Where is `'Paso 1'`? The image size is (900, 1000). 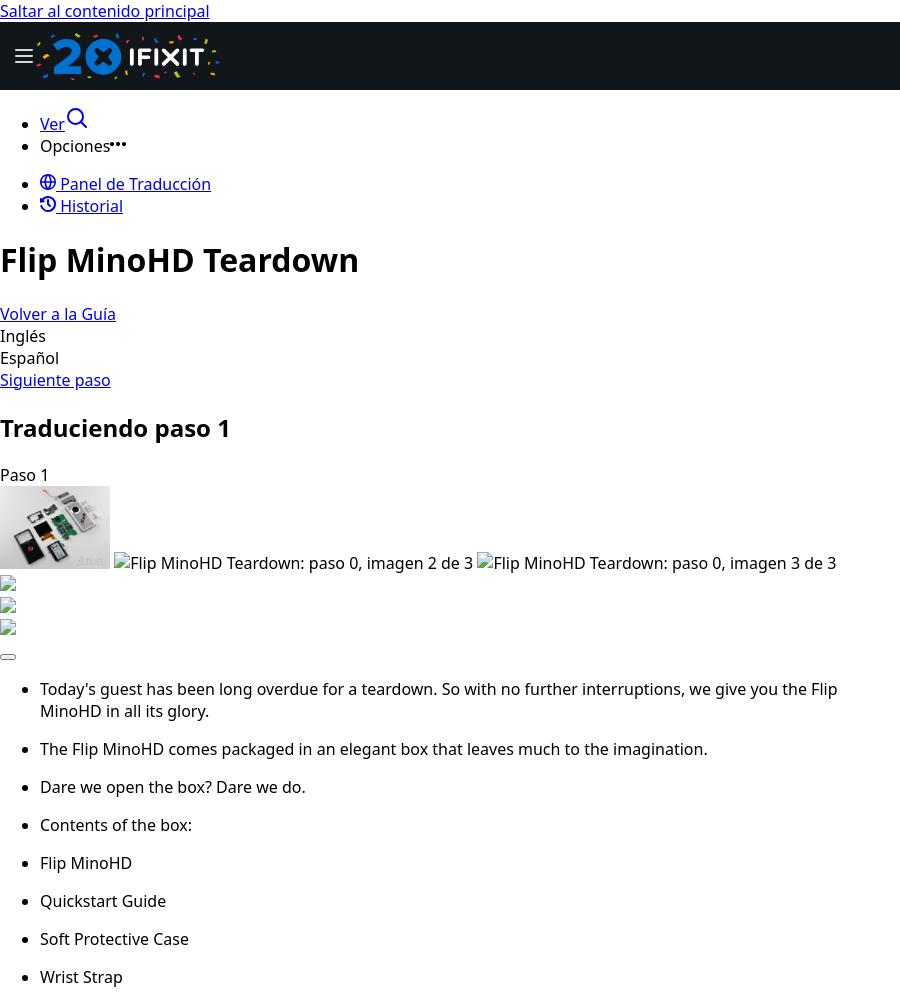
'Paso 1' is located at coordinates (23, 473).